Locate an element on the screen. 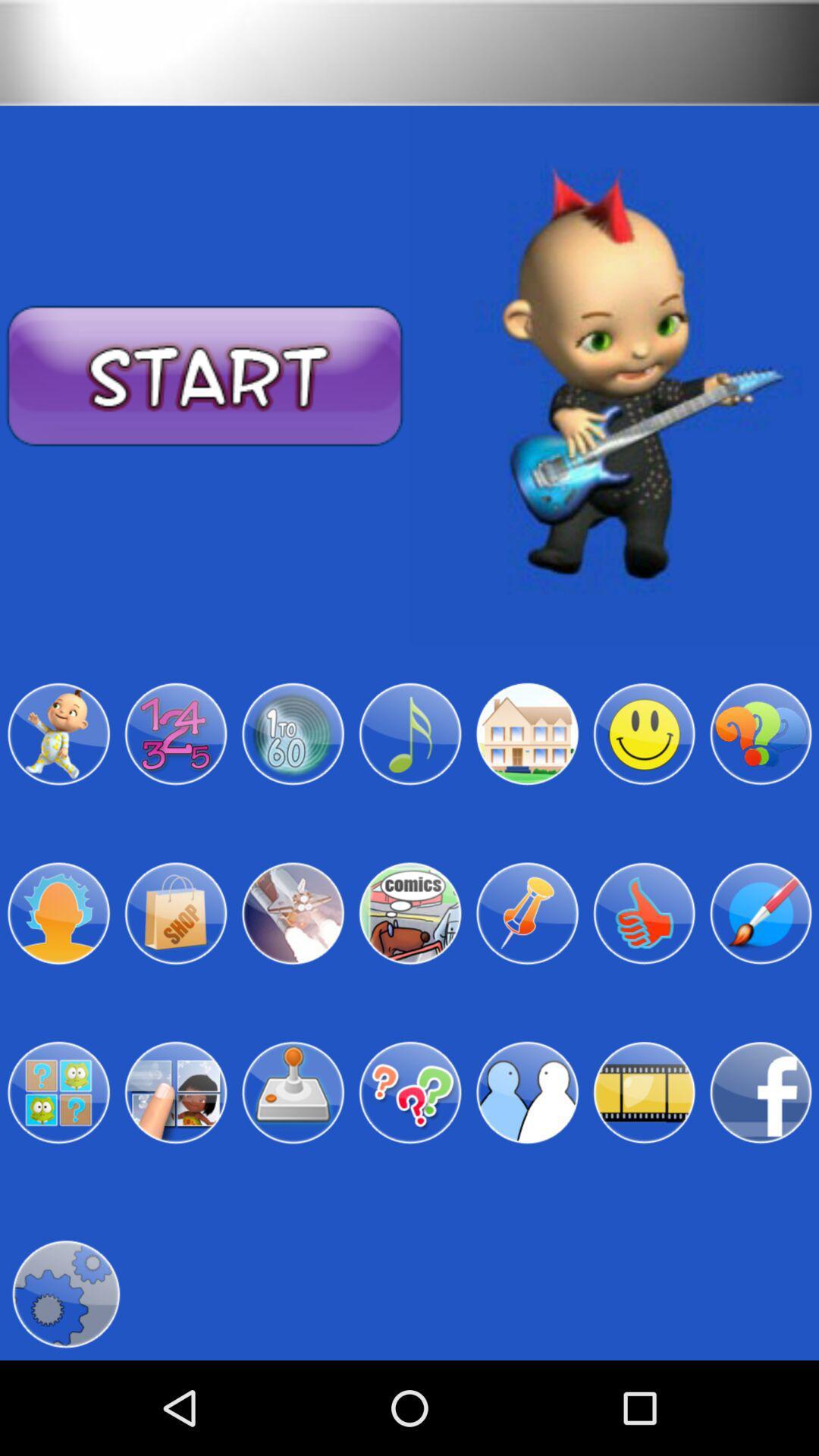 The image size is (819, 1456). video option is located at coordinates (644, 1093).